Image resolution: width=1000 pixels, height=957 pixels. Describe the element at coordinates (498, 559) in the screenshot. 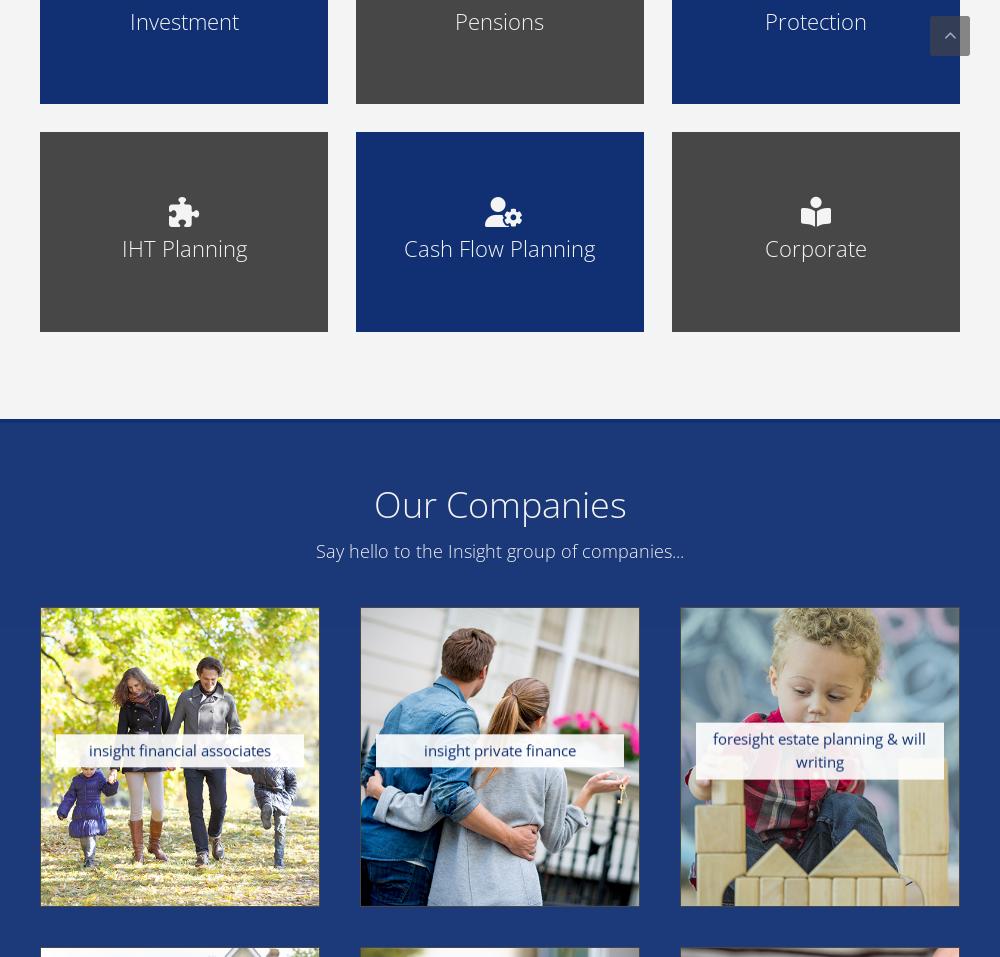

I see `'Securing your future with a pension is potentially one of the most important decisions that you will make throughout your life.'` at that location.